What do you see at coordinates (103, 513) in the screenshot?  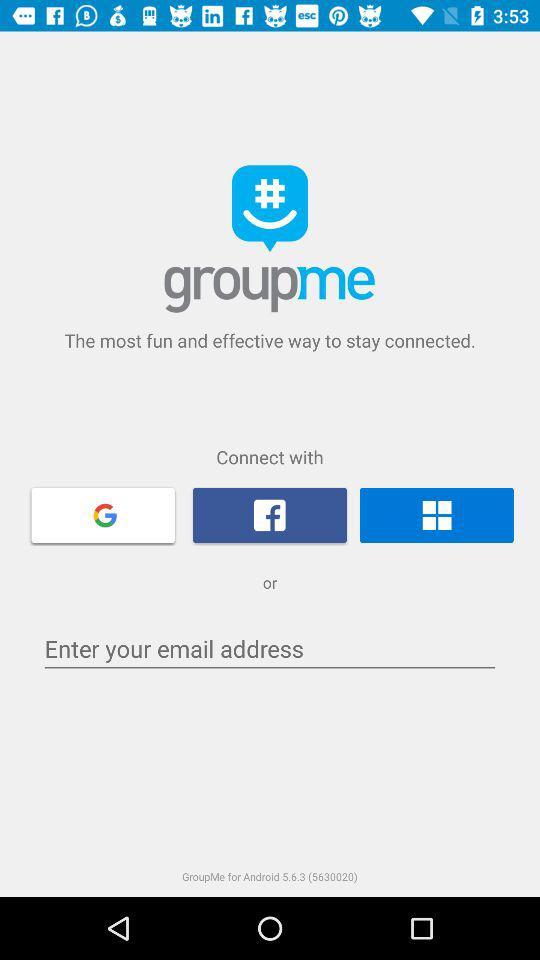 I see `google account` at bounding box center [103, 513].